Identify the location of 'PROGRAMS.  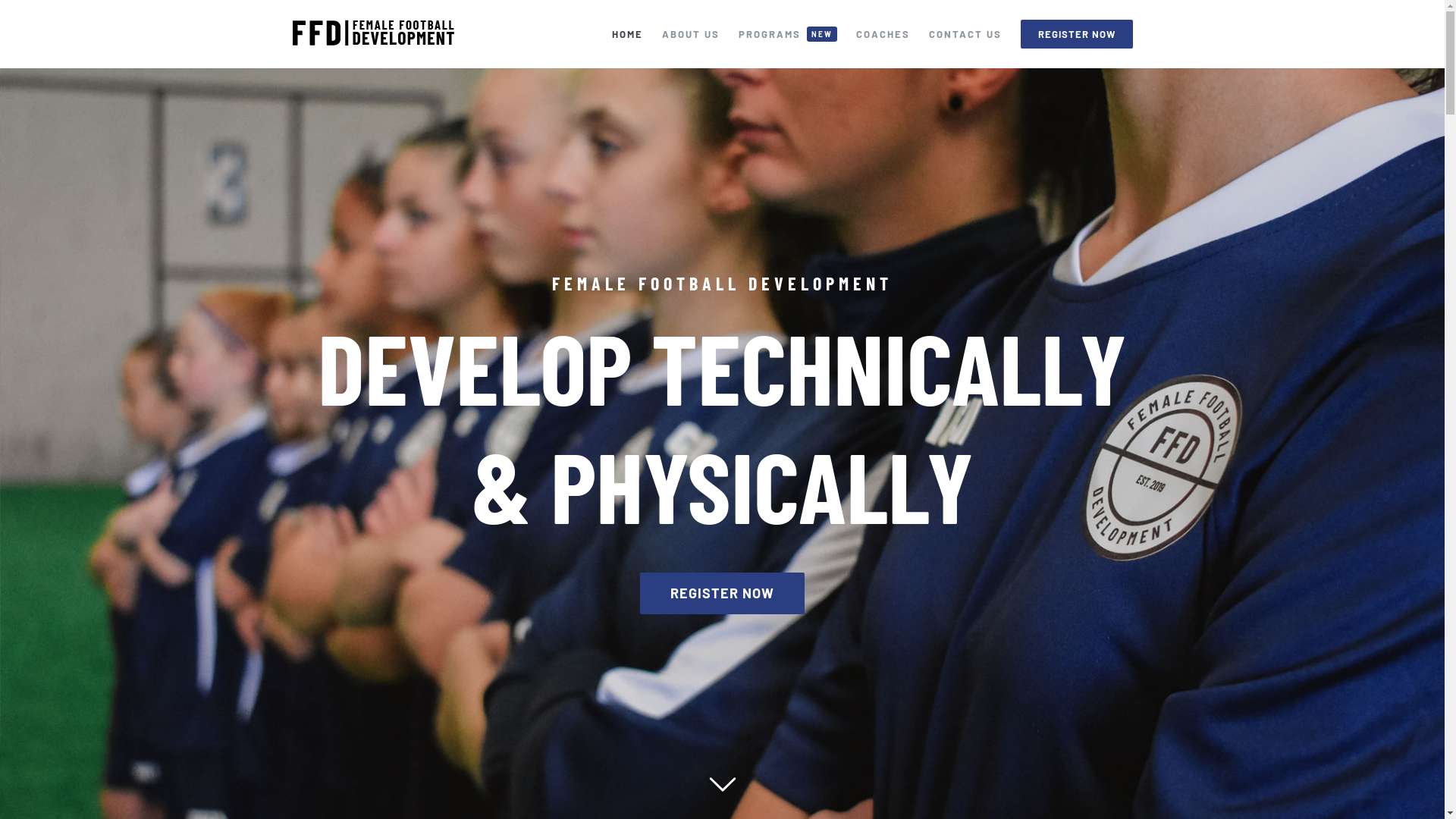
(787, 34).